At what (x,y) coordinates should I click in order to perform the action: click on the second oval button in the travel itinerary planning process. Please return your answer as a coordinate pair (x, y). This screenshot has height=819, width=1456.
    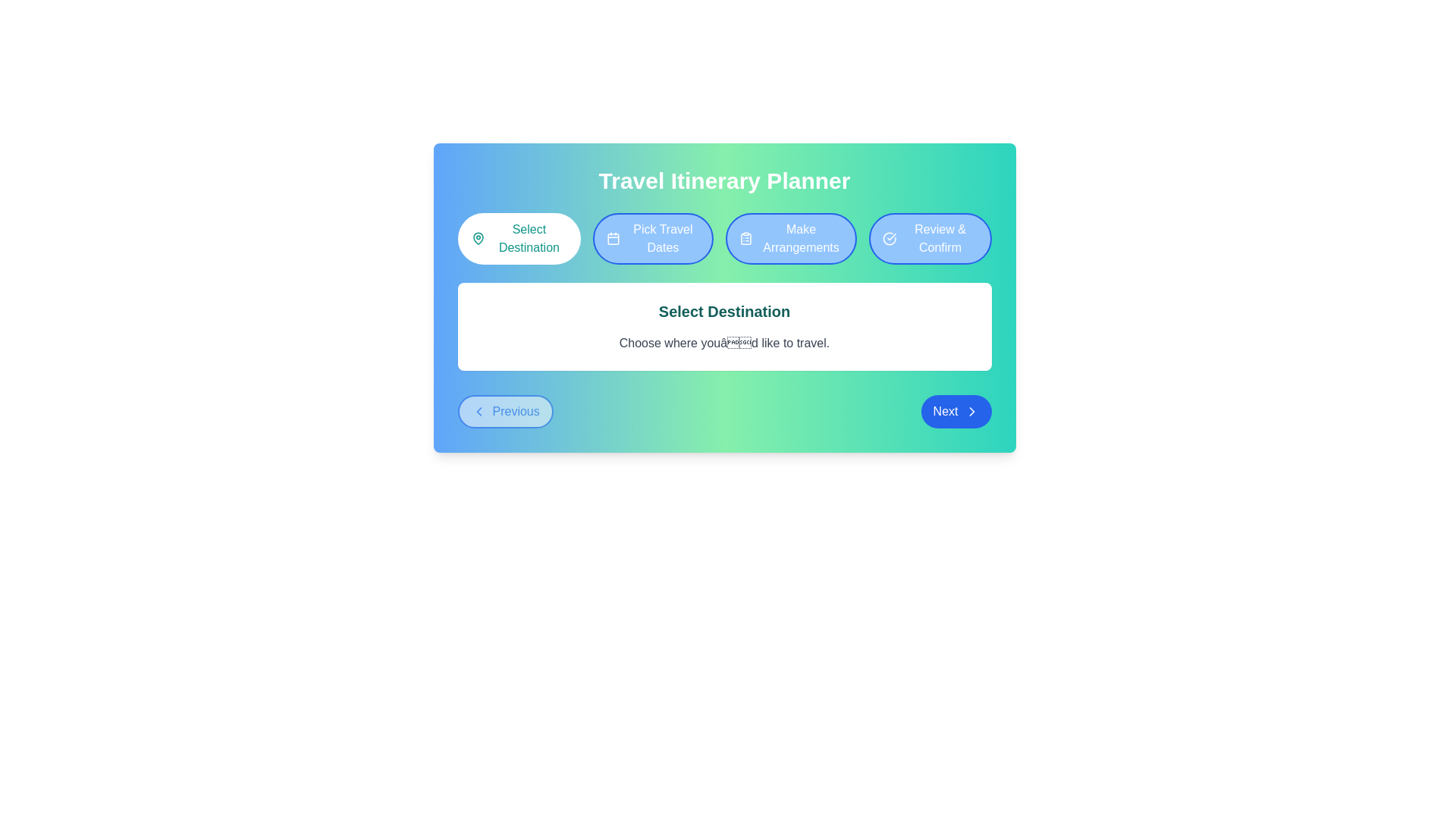
    Looking at the image, I should click on (653, 239).